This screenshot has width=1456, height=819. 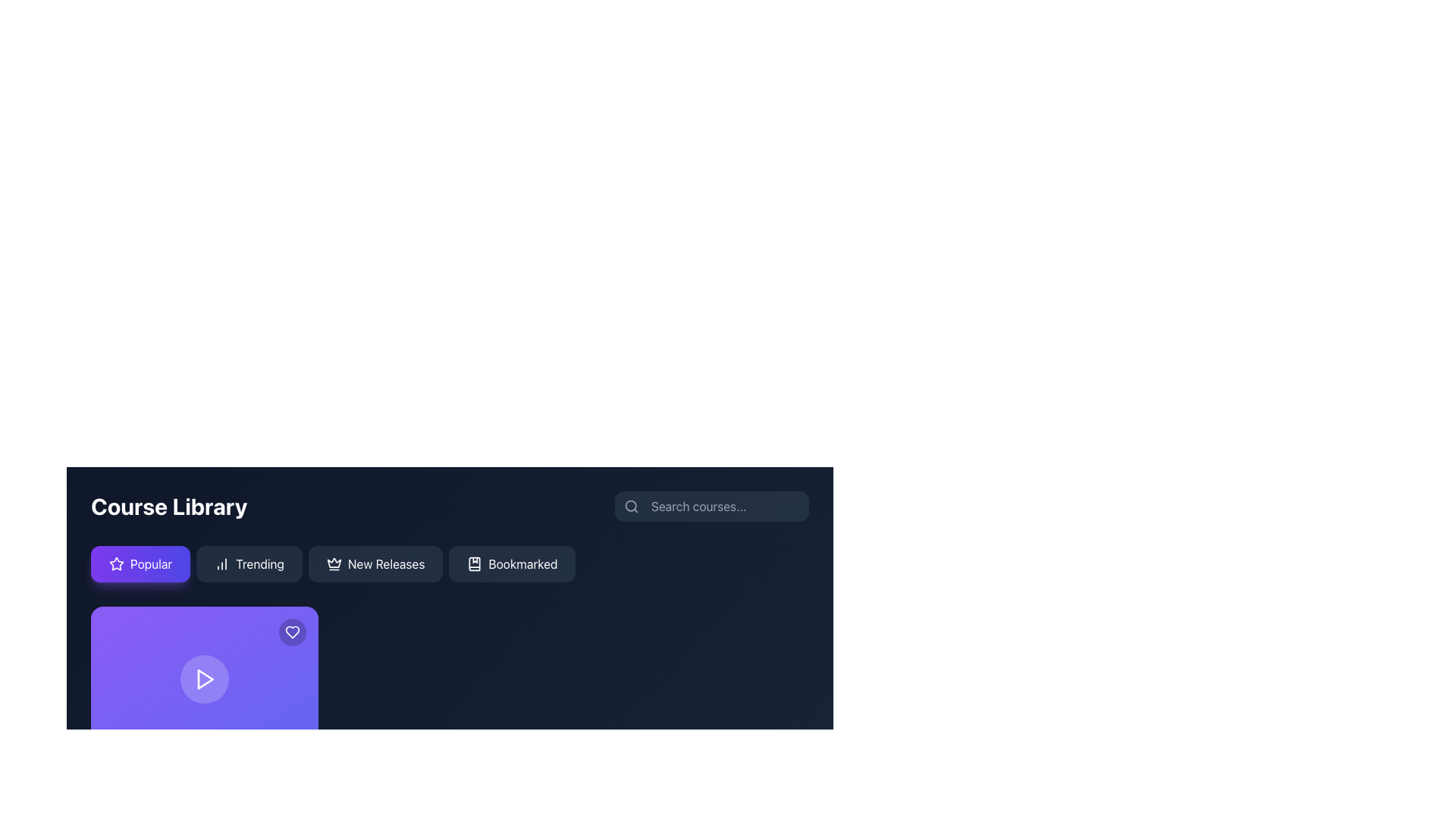 I want to click on the play button in the top-left section of the course card layout, so click(x=203, y=678).